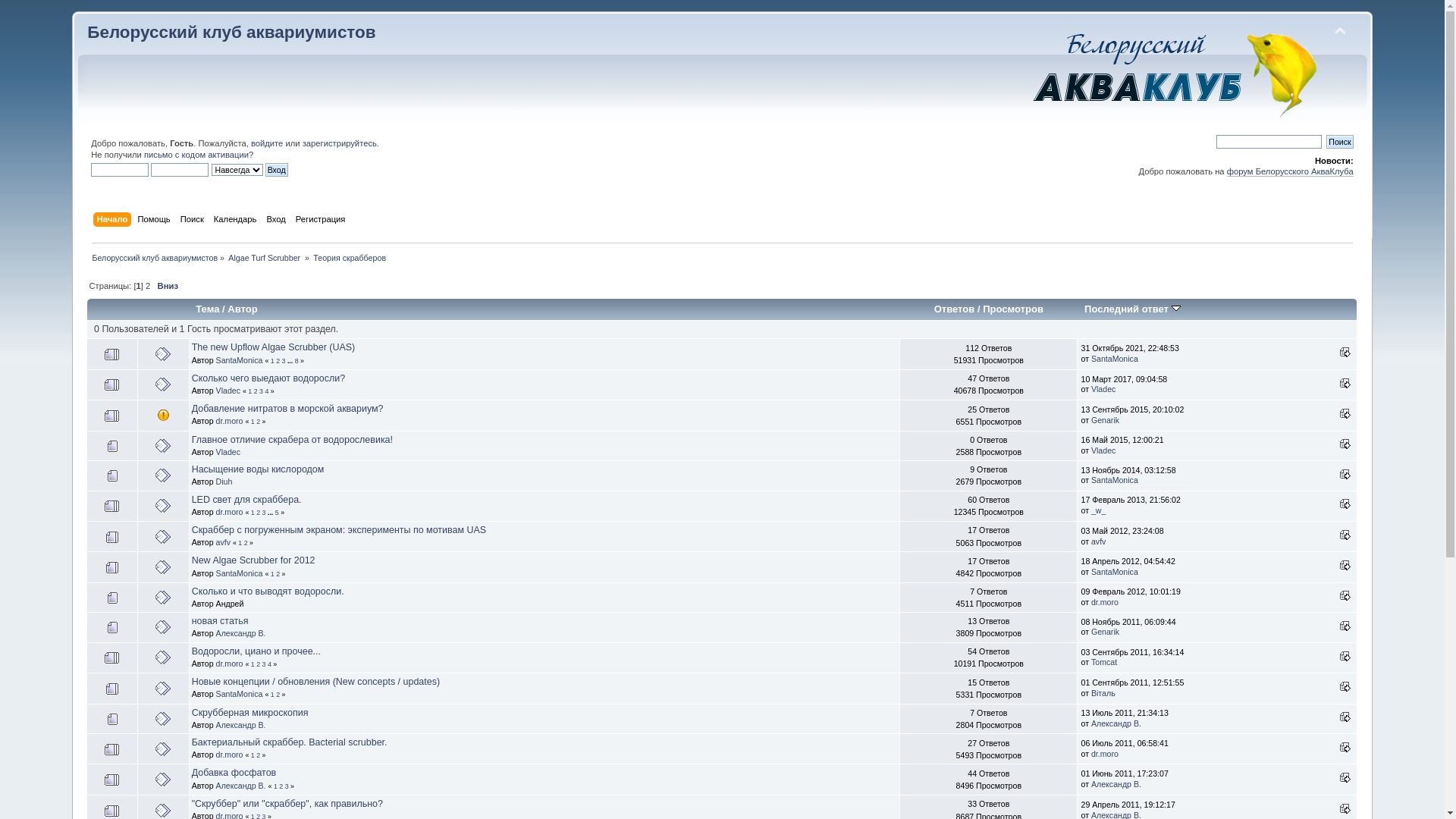 The image size is (1456, 819). What do you see at coordinates (278, 694) in the screenshot?
I see `'2'` at bounding box center [278, 694].